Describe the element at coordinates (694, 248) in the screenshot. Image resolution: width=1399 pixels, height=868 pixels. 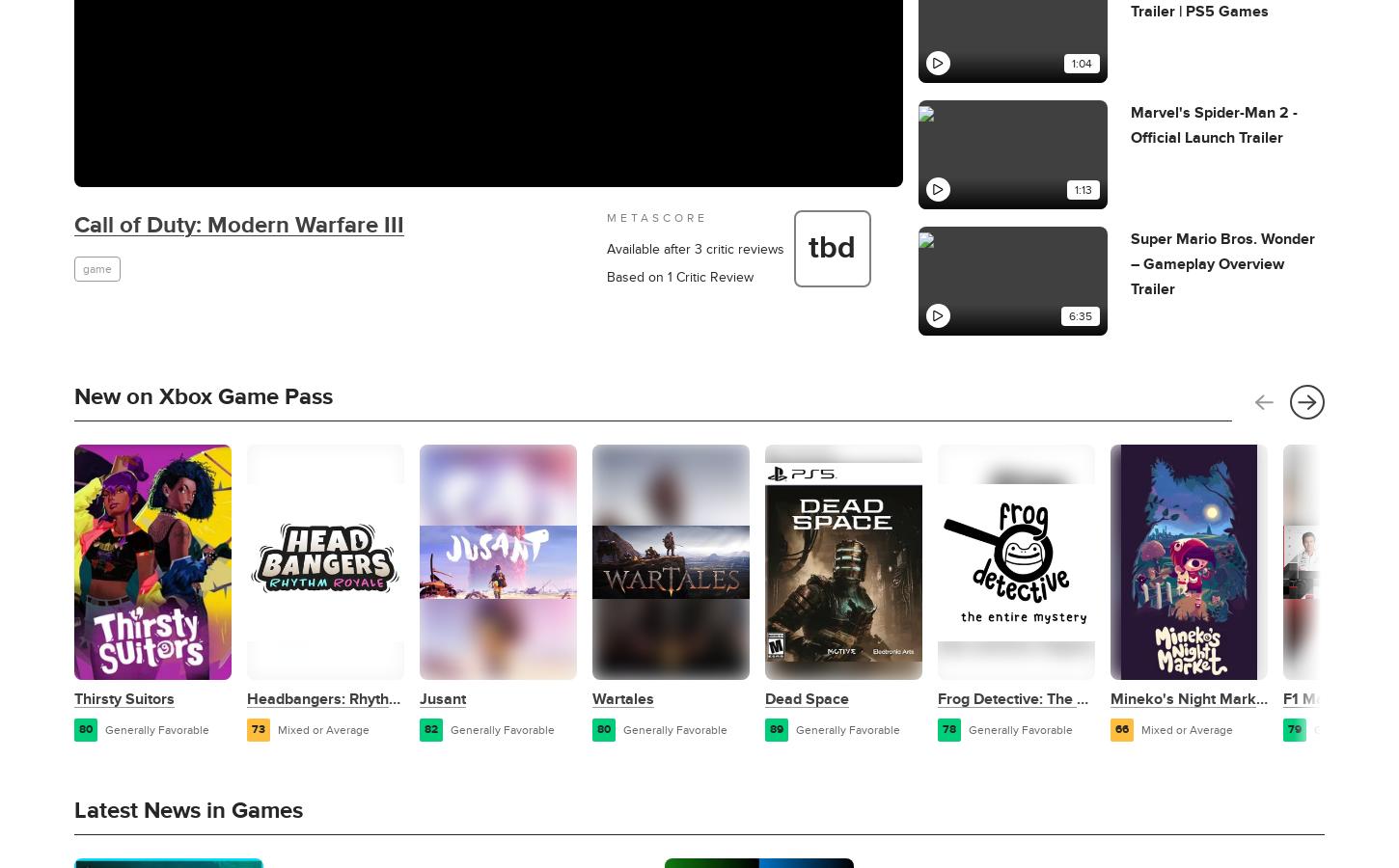
I see `'Available after 3 critic reviews'` at that location.